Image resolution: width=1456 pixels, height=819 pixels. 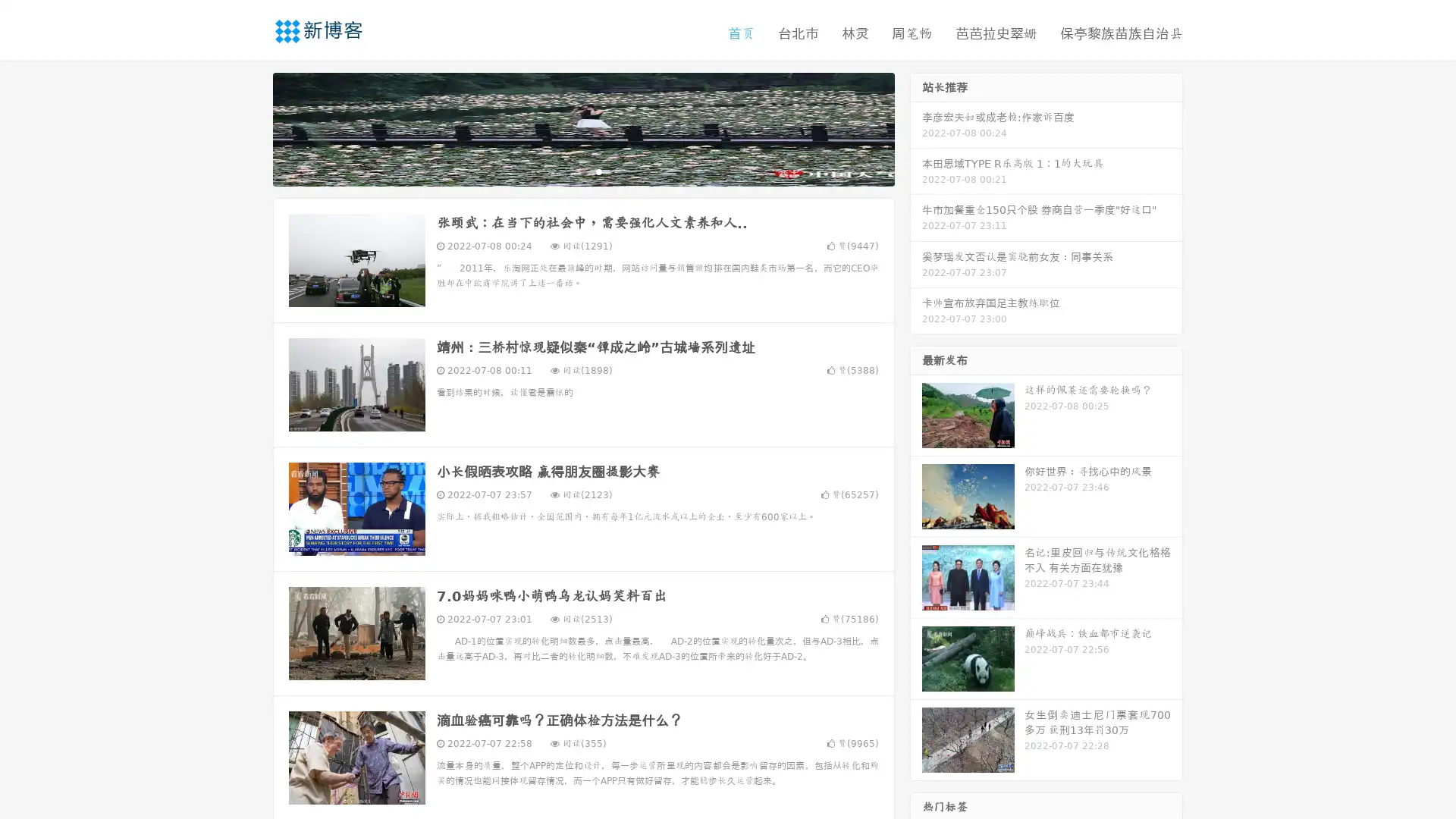 I want to click on Go to slide 3, so click(x=598, y=171).